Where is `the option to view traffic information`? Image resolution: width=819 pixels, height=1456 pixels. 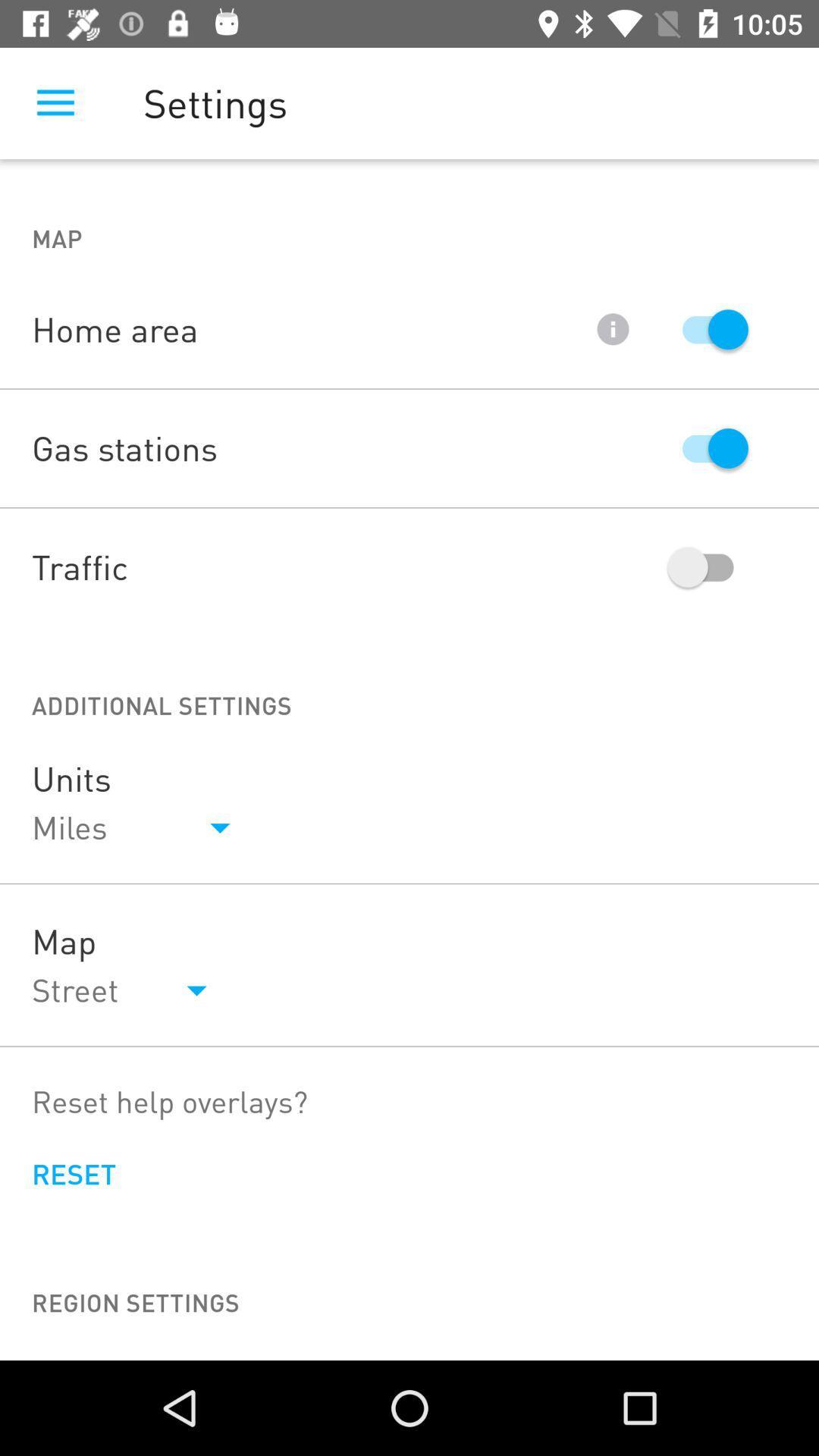 the option to view traffic information is located at coordinates (708, 566).